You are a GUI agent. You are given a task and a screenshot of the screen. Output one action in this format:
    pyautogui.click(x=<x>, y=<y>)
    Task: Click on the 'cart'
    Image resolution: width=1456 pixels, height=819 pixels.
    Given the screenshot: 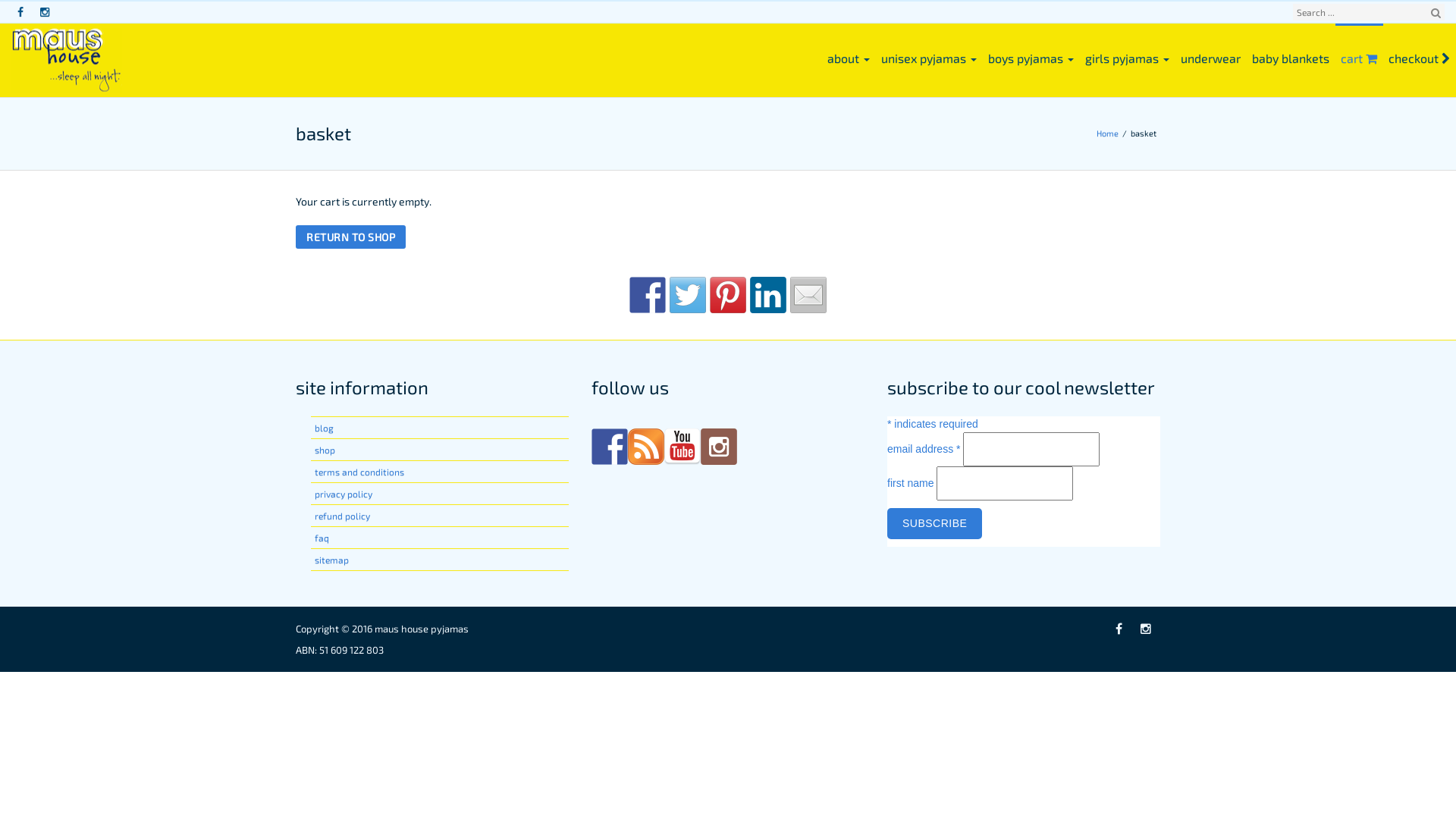 What is the action you would take?
    pyautogui.click(x=1359, y=57)
    